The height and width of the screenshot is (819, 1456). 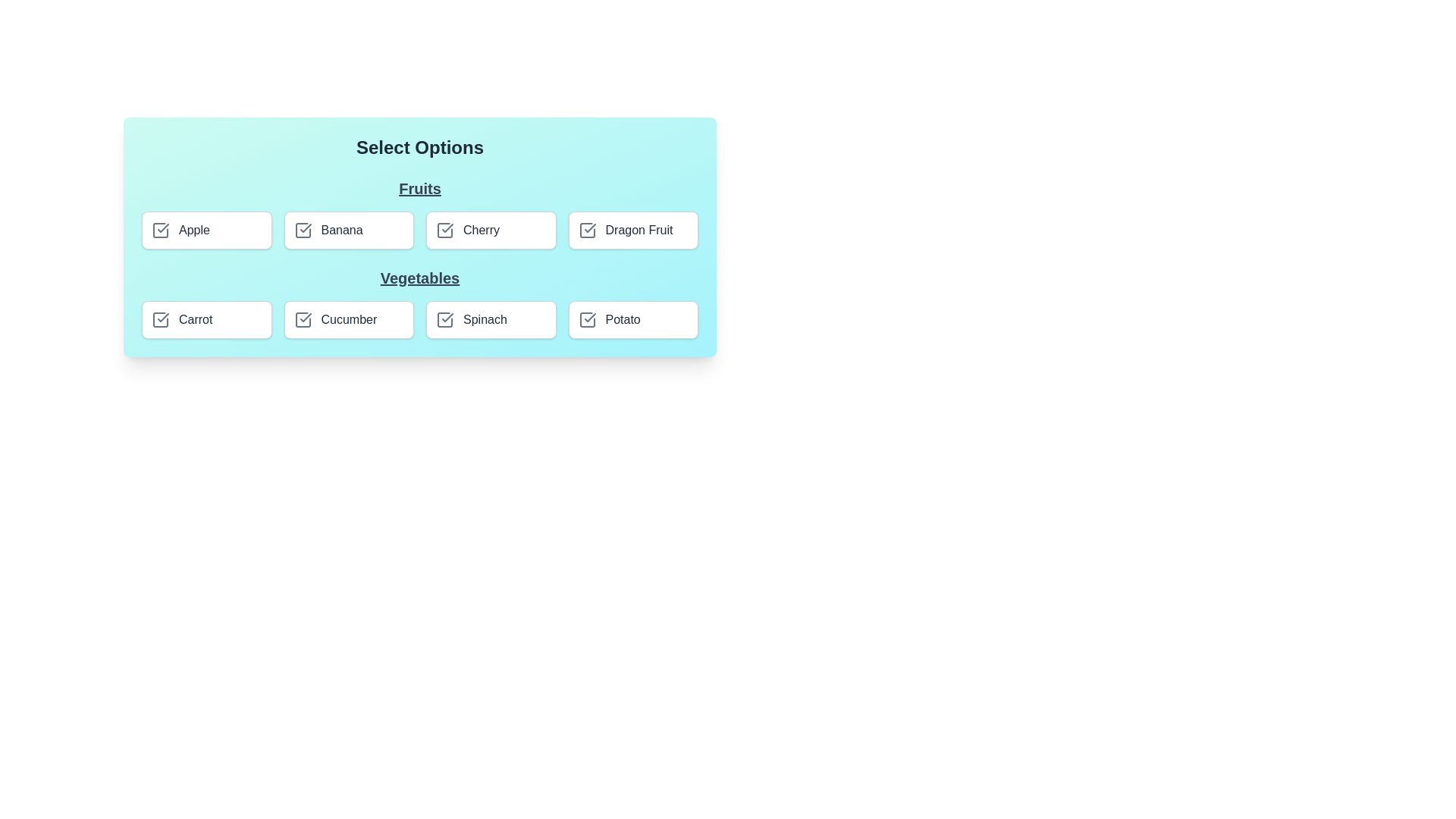 What do you see at coordinates (303, 231) in the screenshot?
I see `the checkmark within the checkbox in the 'Fruits' section, which is the second option in the horizontal row below the title` at bounding box center [303, 231].